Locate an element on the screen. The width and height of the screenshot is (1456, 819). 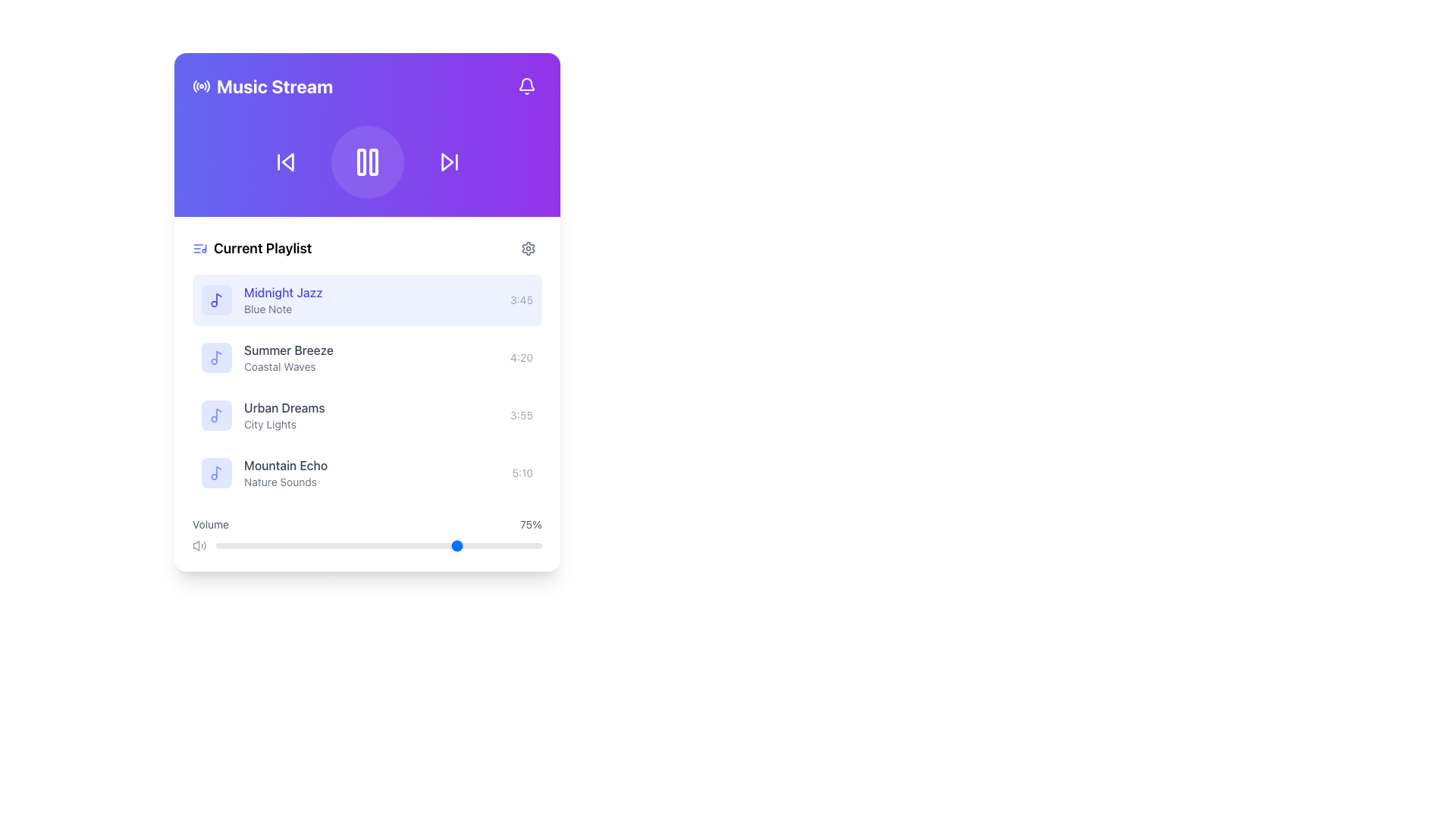
the volume slider is located at coordinates (287, 546).